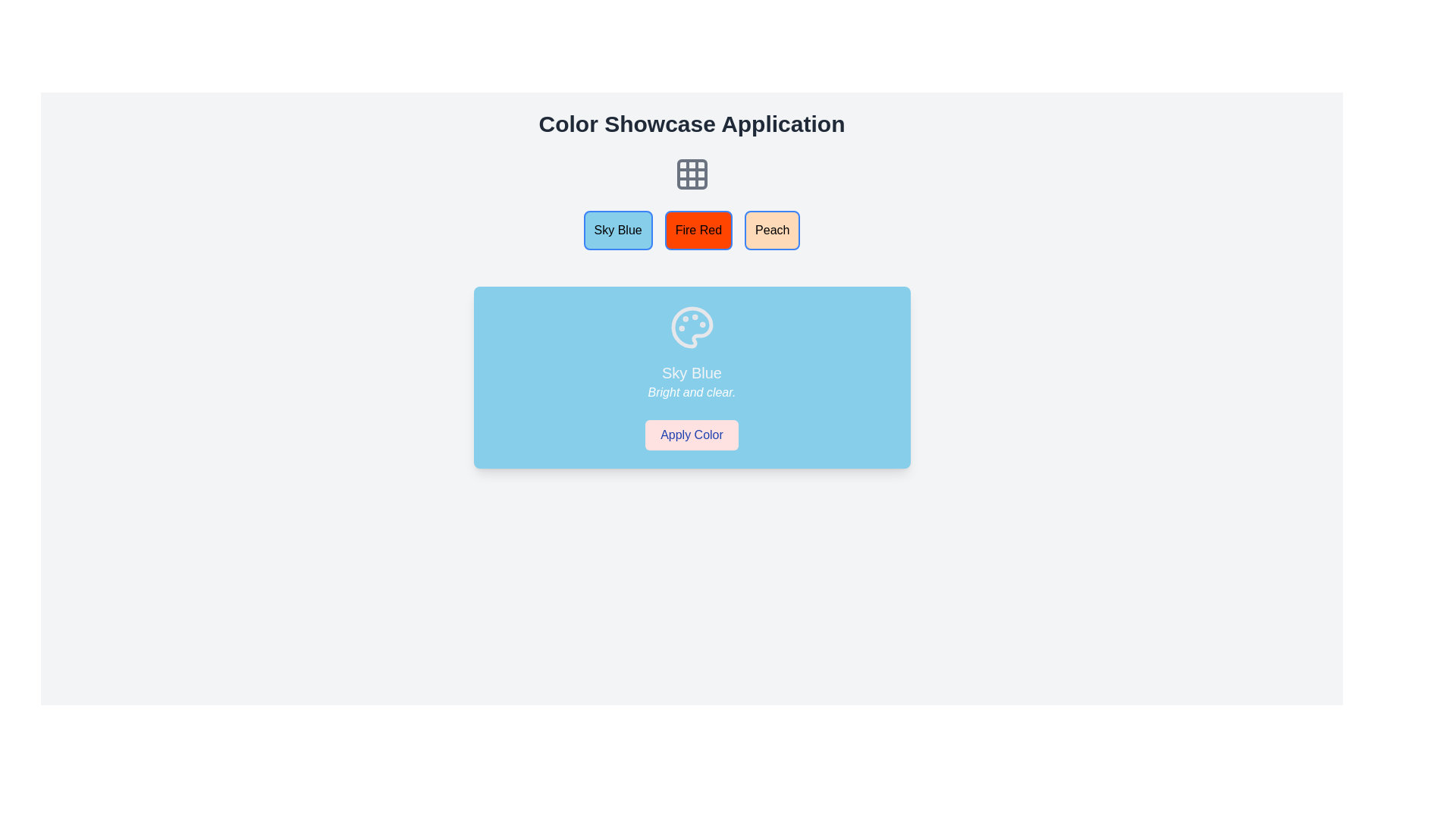  What do you see at coordinates (691, 124) in the screenshot?
I see `the TextLabel element at the top of the application, which serves as the title and branding for the interface` at bounding box center [691, 124].